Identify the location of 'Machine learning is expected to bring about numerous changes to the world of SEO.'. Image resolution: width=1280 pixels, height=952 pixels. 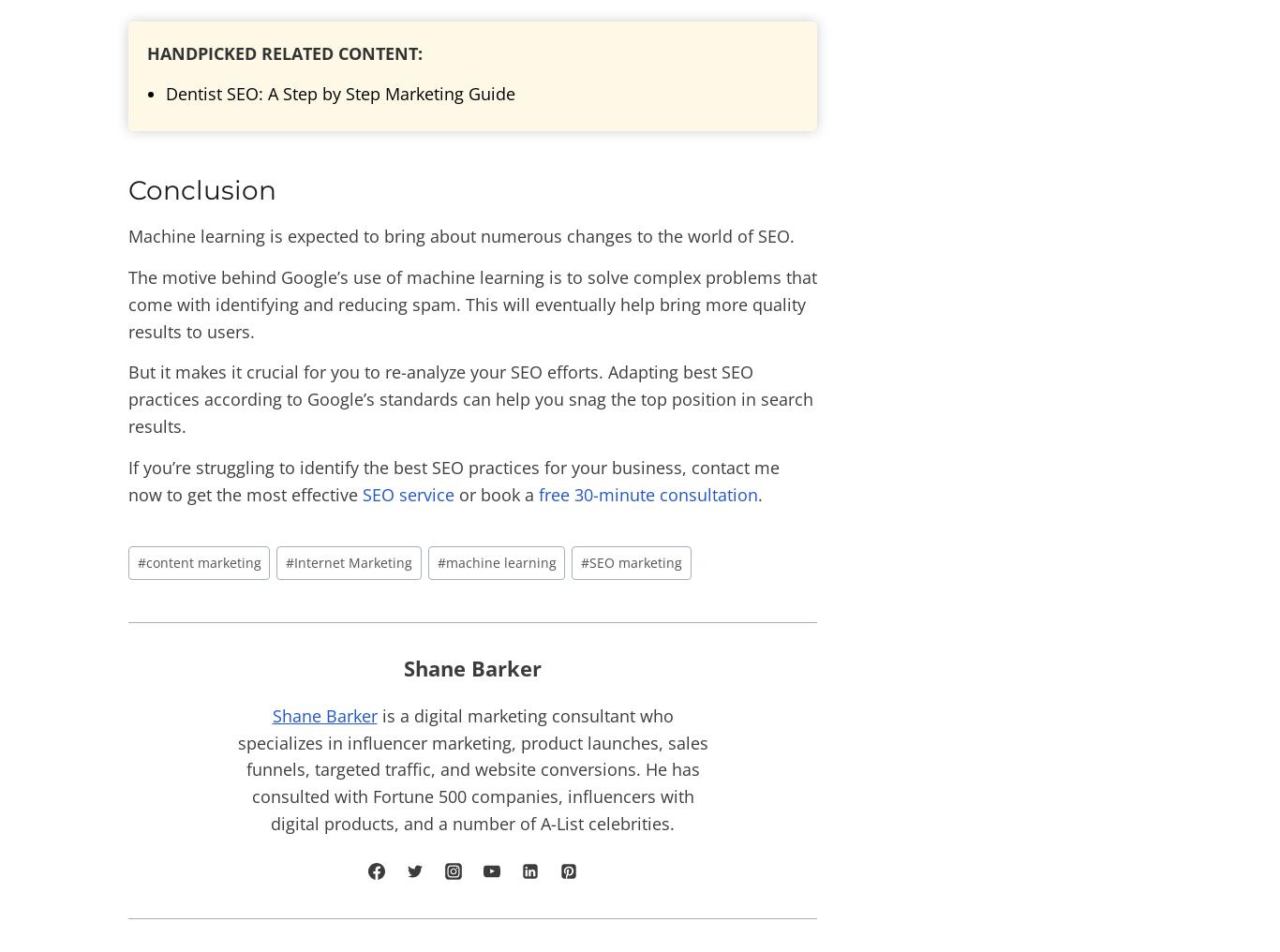
(461, 235).